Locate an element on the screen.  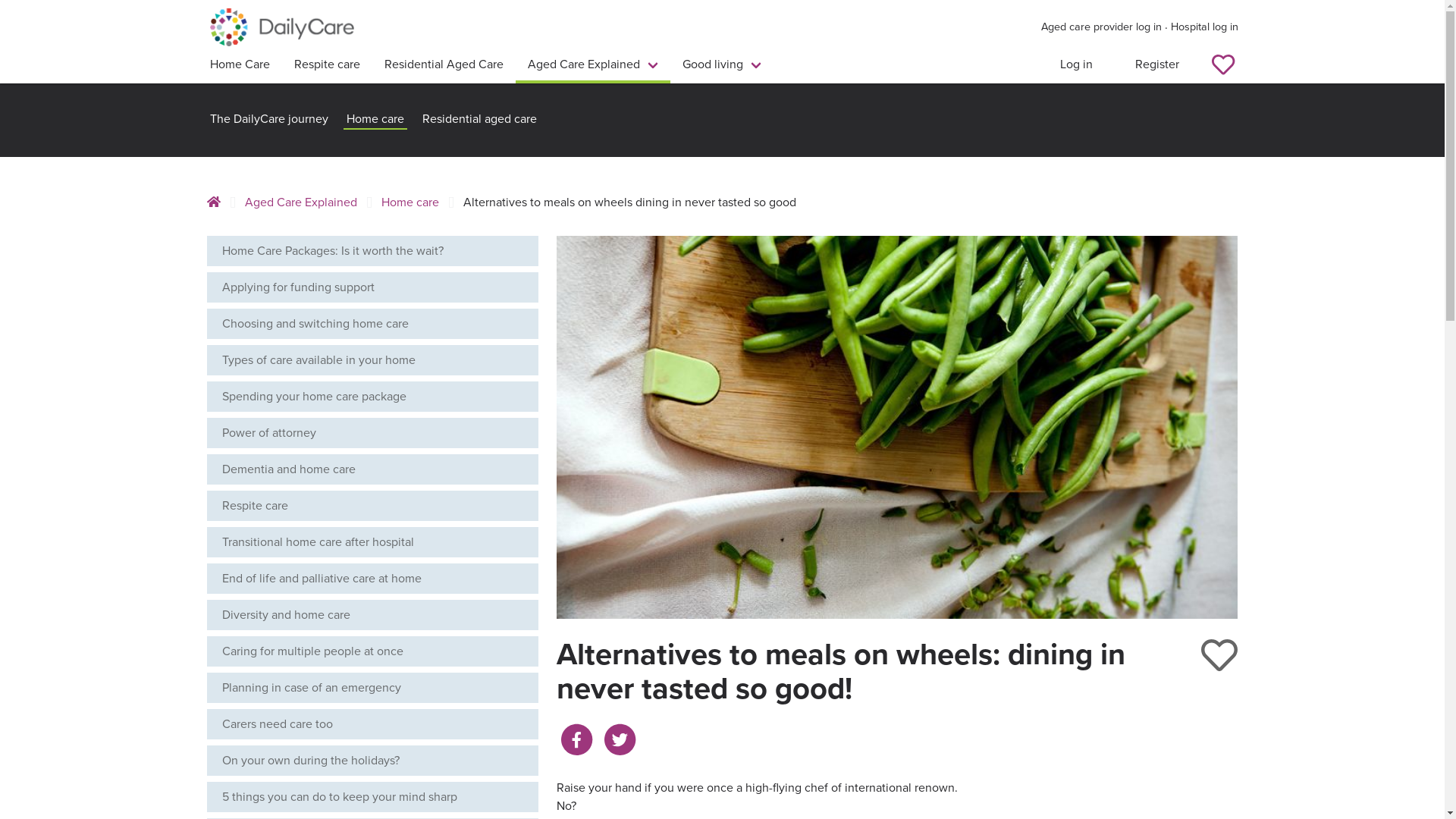
'Respite care' is located at coordinates (326, 65).